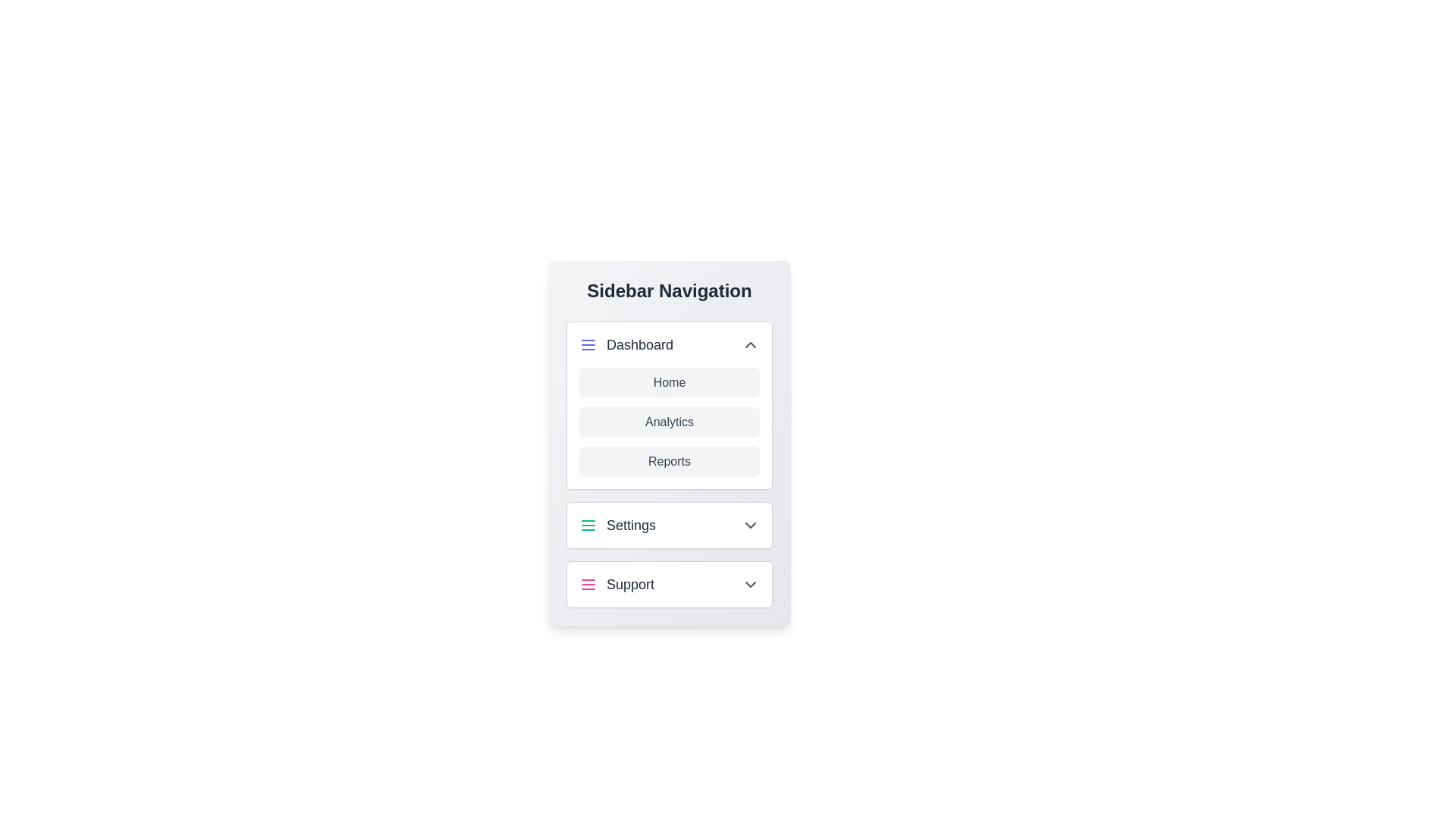 The height and width of the screenshot is (819, 1456). Describe the element at coordinates (750, 345) in the screenshot. I see `the chevron icon located at the far right of the 'Dashboard' entry in the sidebar navigation` at that location.